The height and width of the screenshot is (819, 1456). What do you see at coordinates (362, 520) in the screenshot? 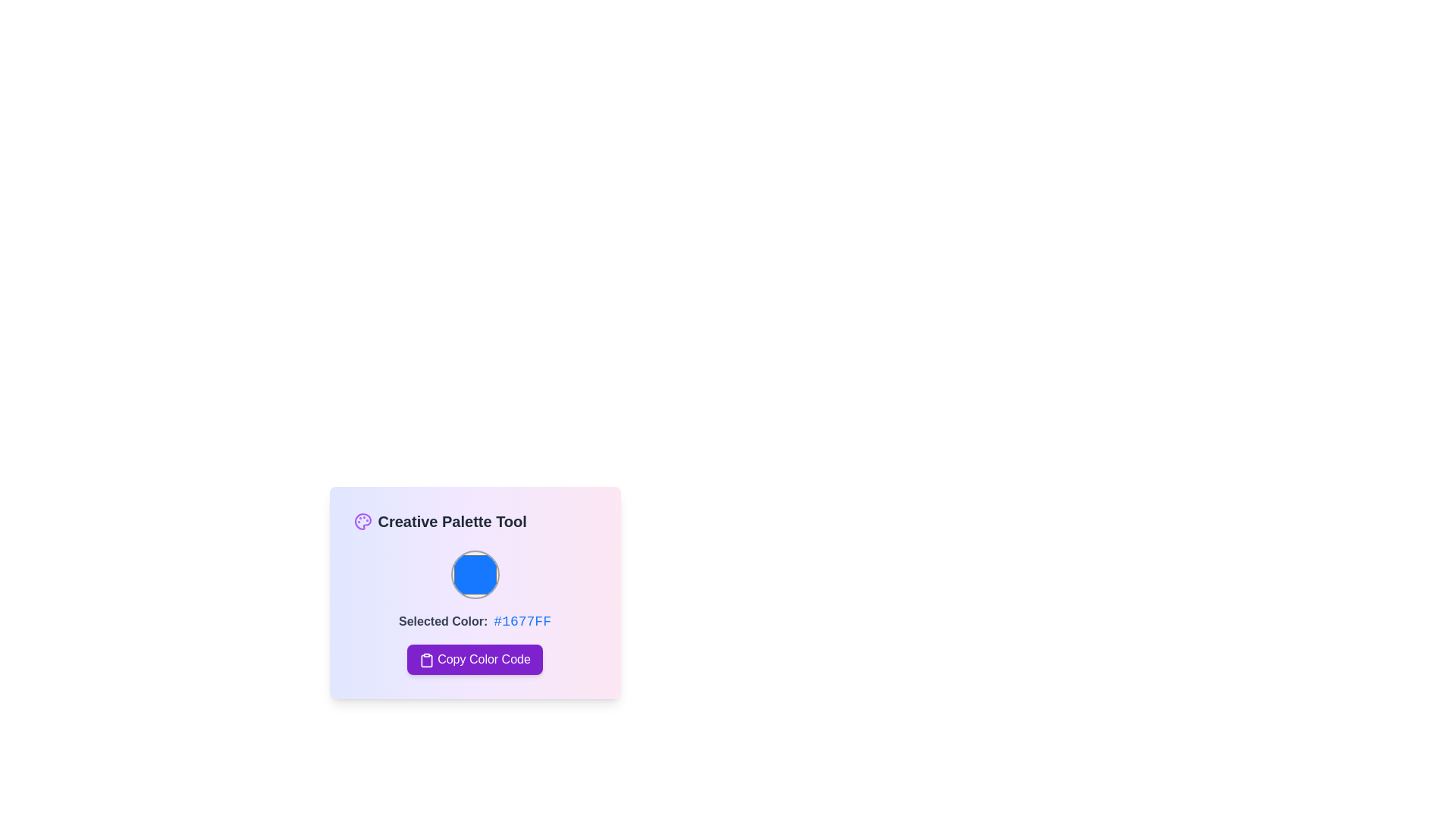
I see `the palette icon with a purple outline that is centrally aligned with the text 'Creative Palette Tool' in the upper left portion of its card` at bounding box center [362, 520].